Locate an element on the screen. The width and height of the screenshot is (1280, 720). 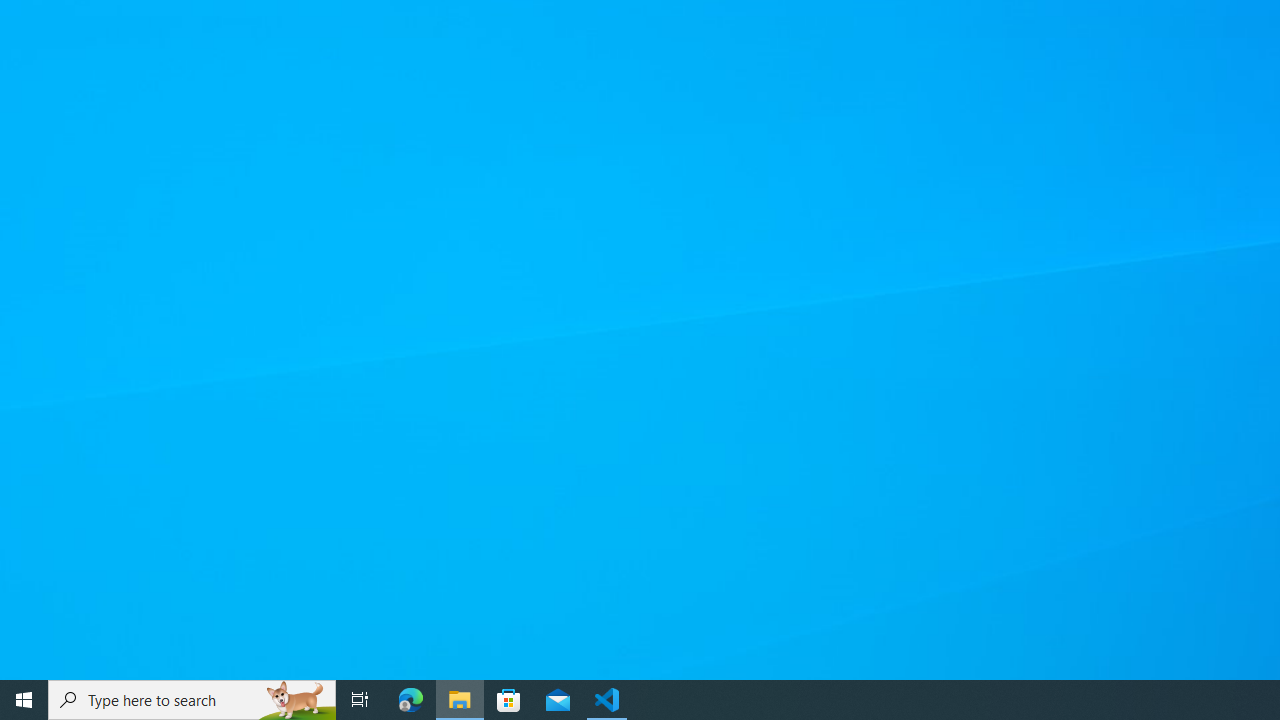
'Visual Studio Code - 1 running window' is located at coordinates (606, 698).